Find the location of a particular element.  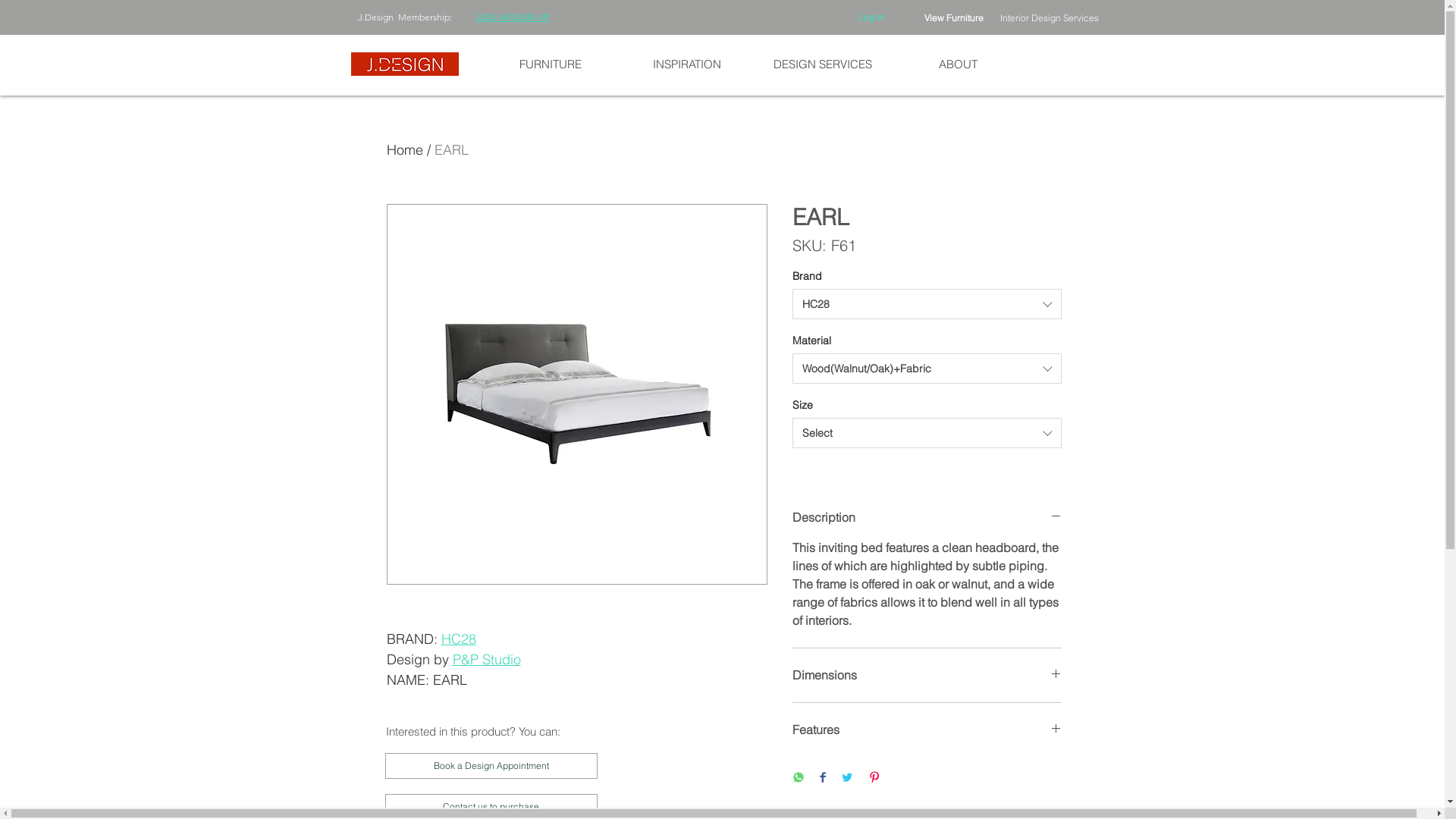

'HC28' is located at coordinates (457, 639).